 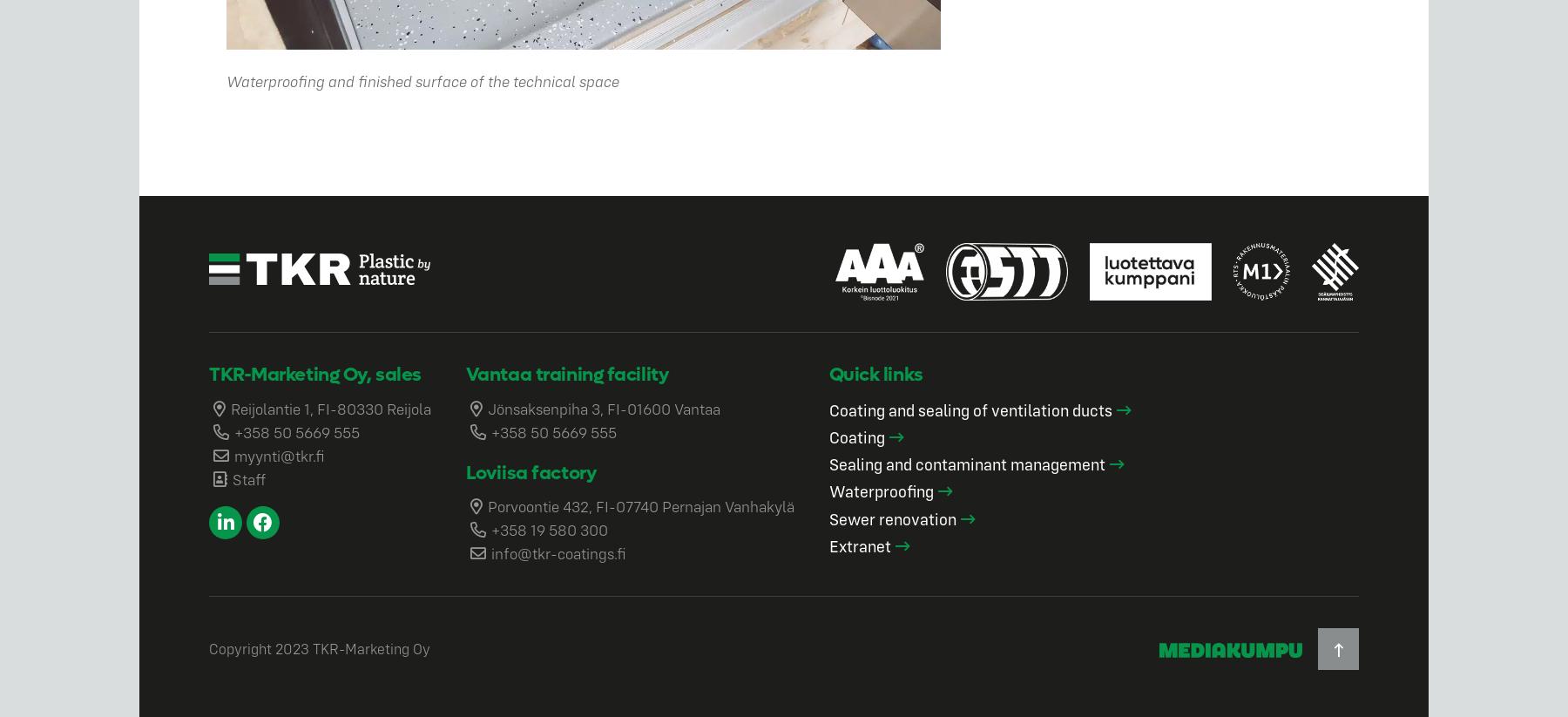 I want to click on 'info@tkr-coatings.fi', so click(x=558, y=552).